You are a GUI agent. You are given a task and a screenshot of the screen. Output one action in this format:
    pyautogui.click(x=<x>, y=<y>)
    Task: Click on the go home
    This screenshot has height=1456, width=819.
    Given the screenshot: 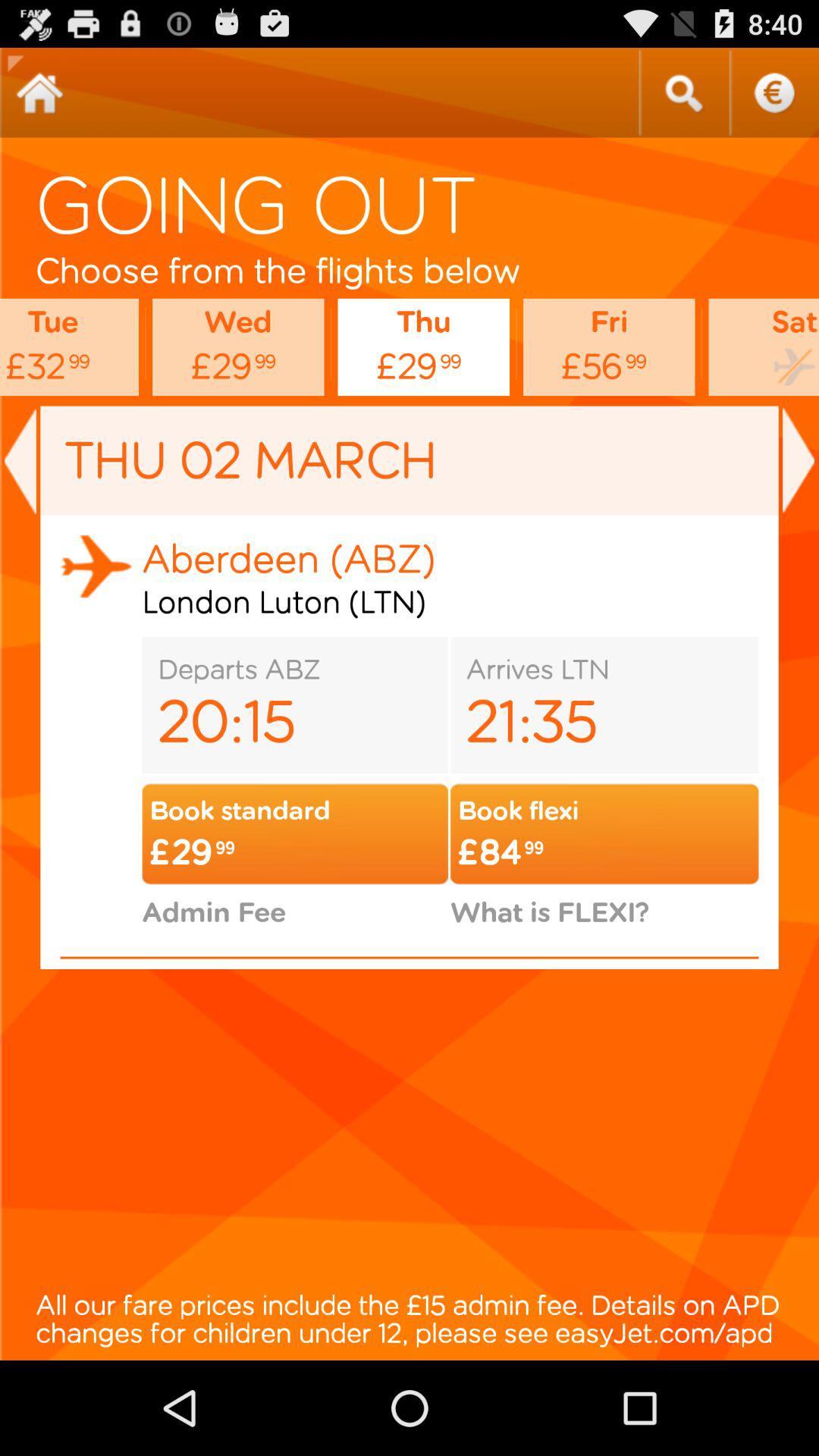 What is the action you would take?
    pyautogui.click(x=39, y=92)
    